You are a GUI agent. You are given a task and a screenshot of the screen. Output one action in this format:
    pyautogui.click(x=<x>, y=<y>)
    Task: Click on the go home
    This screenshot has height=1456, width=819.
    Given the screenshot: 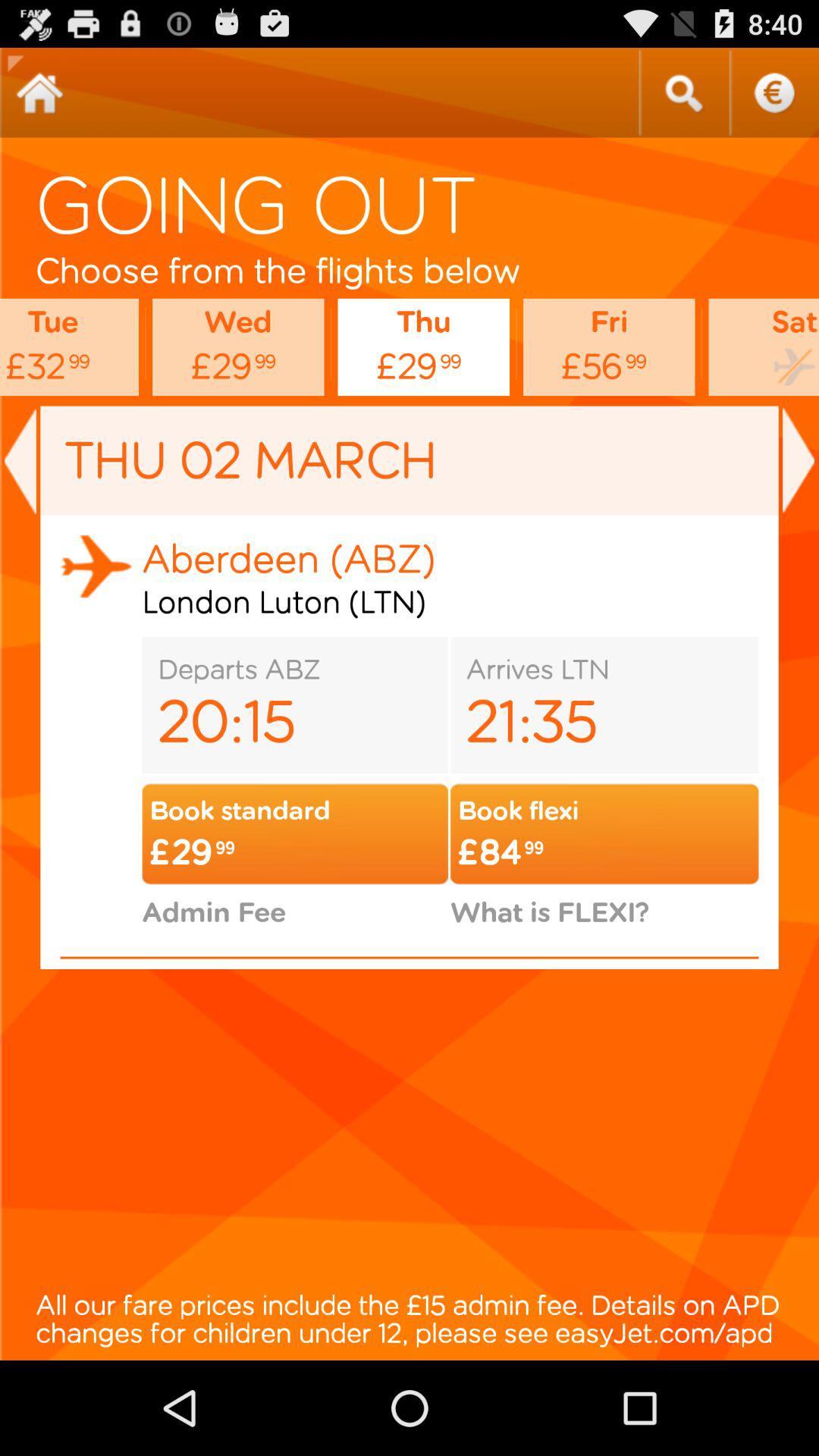 What is the action you would take?
    pyautogui.click(x=39, y=92)
    